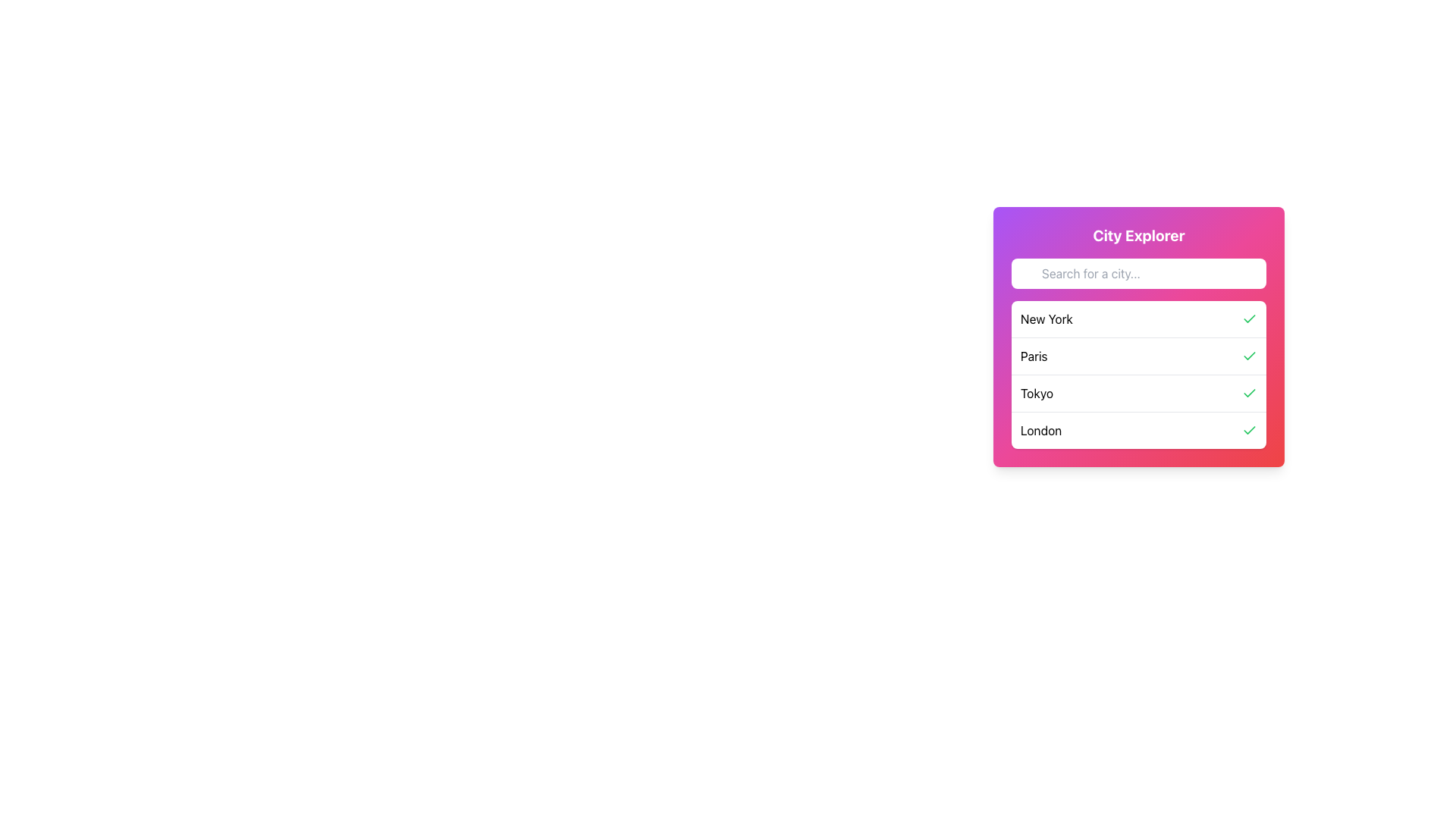  I want to click on the small green checkmark icon indicating selection for 'Tokyo' in the third row of the City Explorer list, so click(1249, 393).